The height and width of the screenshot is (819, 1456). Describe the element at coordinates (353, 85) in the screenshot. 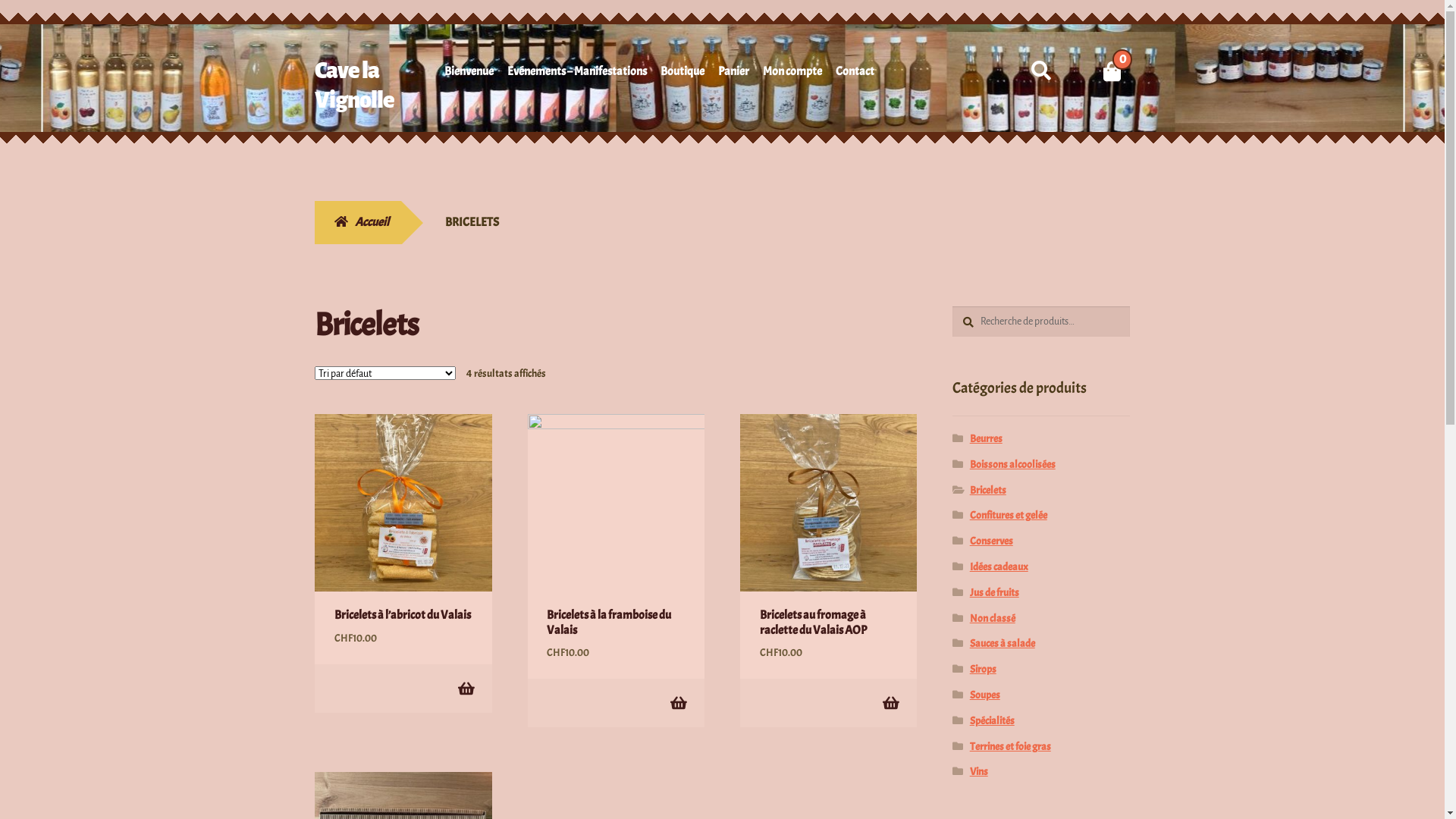

I see `'Cave la Vignolle'` at that location.